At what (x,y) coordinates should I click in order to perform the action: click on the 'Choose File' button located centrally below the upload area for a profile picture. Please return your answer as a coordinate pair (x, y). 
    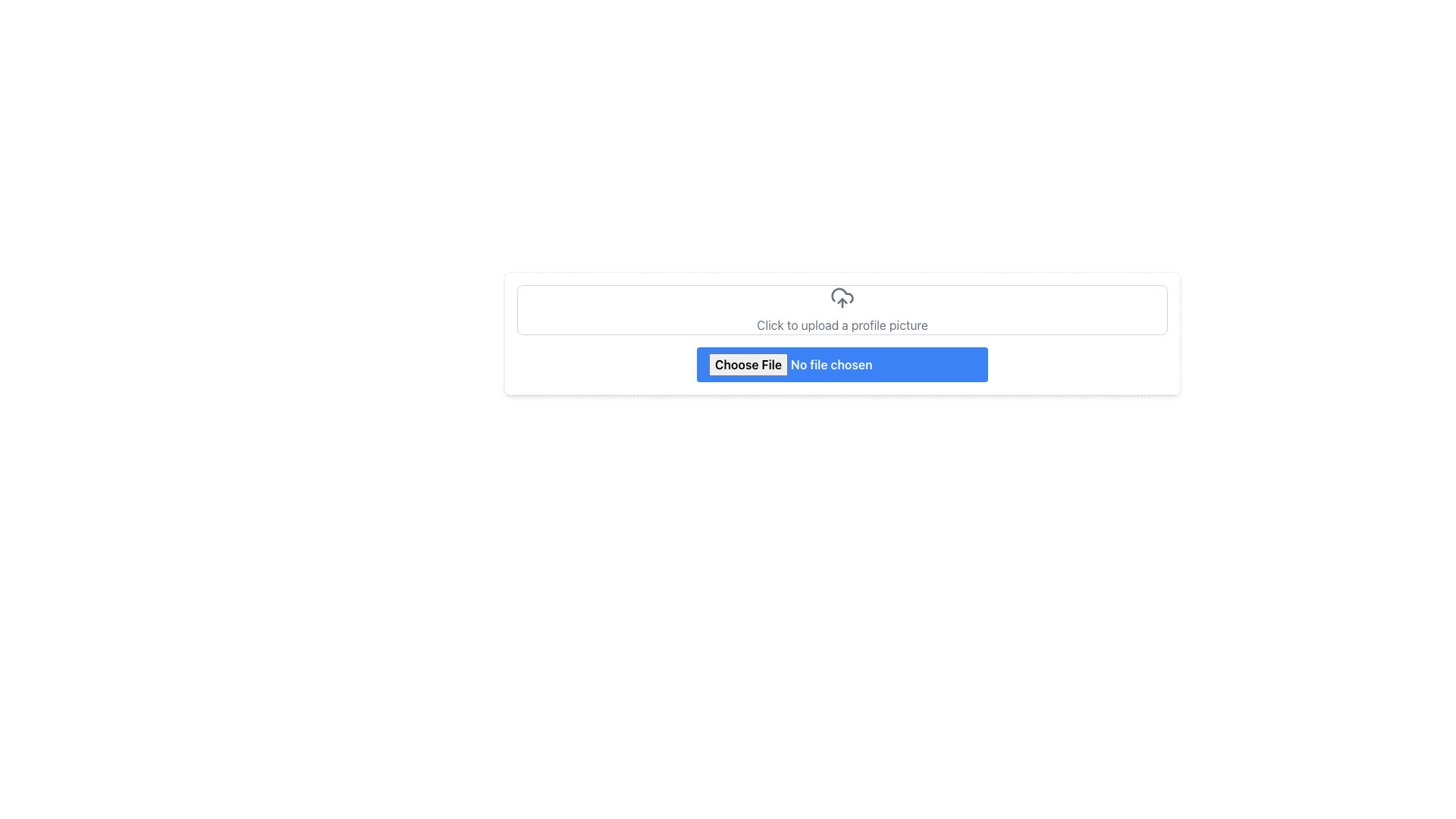
    Looking at the image, I should click on (841, 375).